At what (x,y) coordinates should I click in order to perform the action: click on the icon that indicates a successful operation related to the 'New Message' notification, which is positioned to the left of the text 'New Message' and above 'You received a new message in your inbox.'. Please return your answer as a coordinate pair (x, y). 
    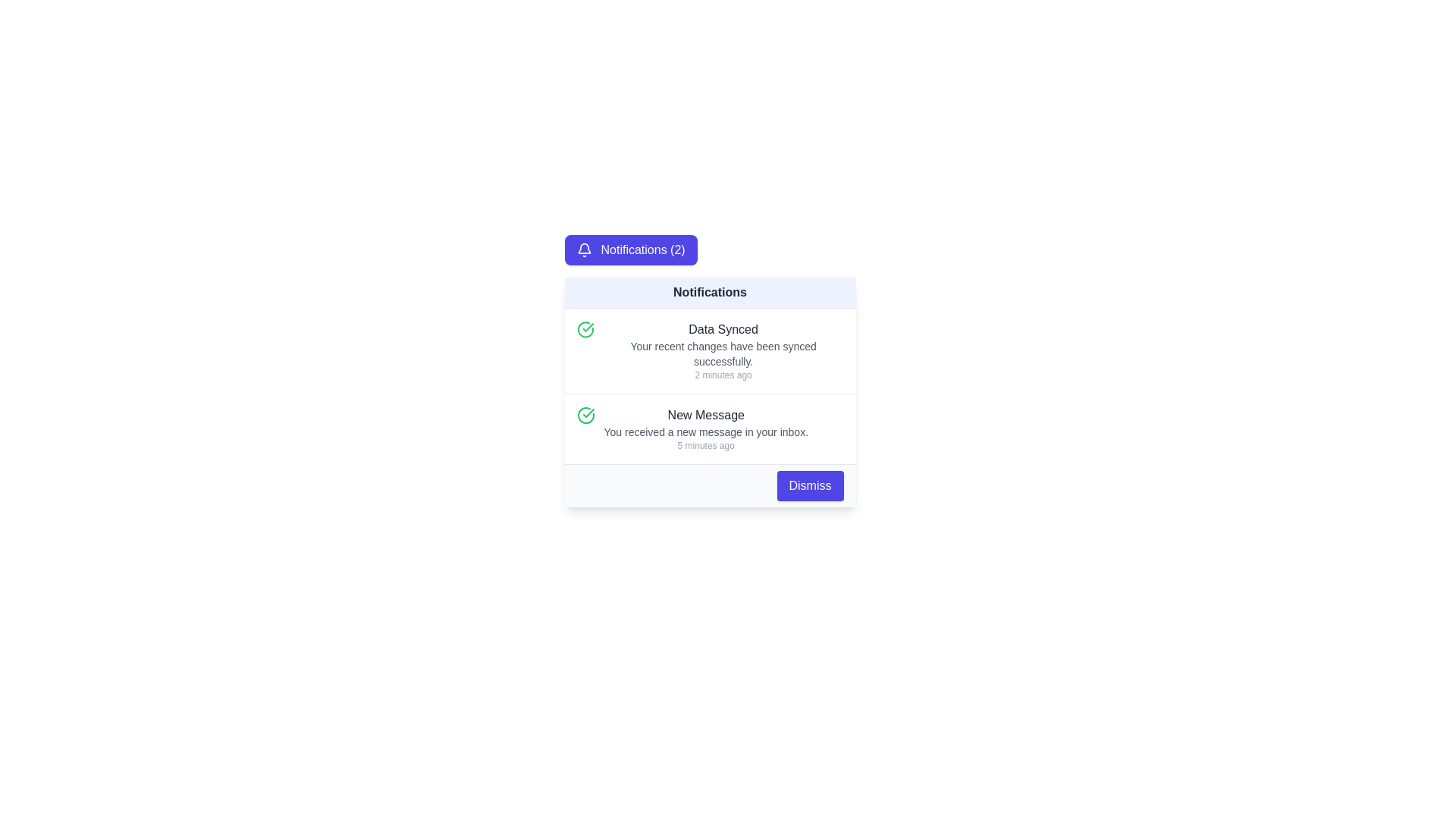
    Looking at the image, I should click on (585, 415).